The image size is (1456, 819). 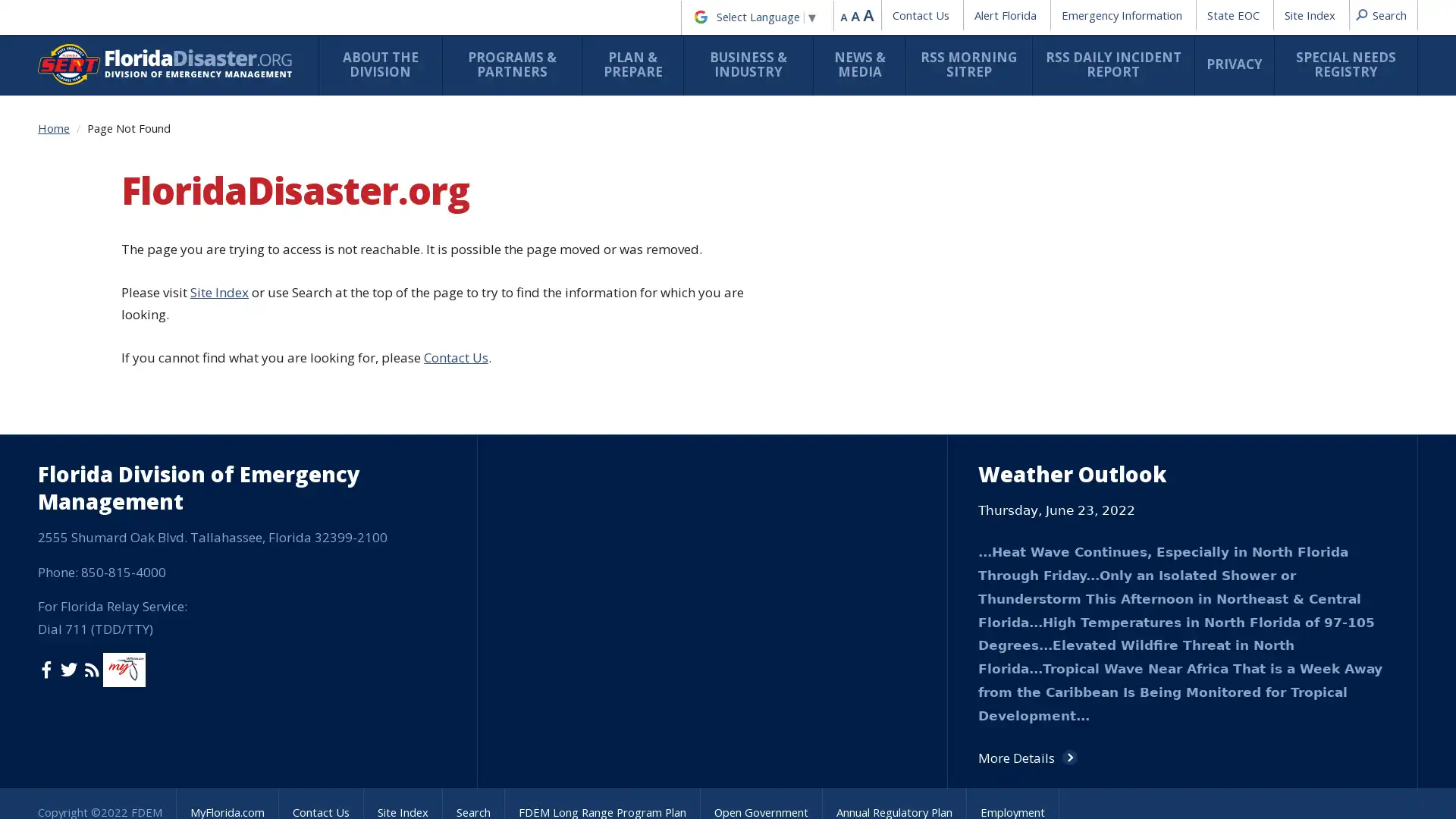 I want to click on Toggle More, so click(x=455, y=115).